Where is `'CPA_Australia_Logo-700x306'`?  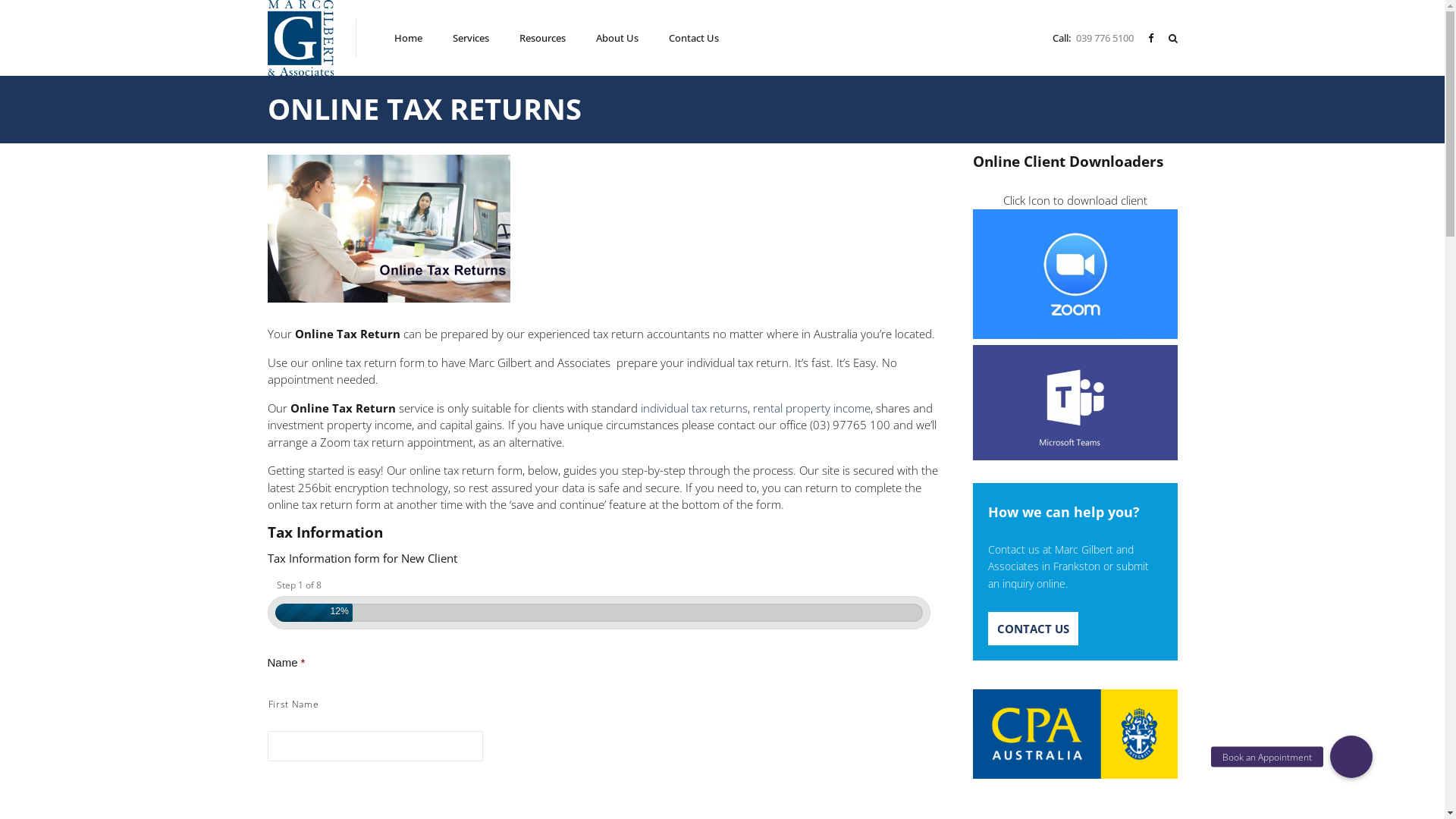 'CPA_Australia_Logo-700x306' is located at coordinates (1073, 733).